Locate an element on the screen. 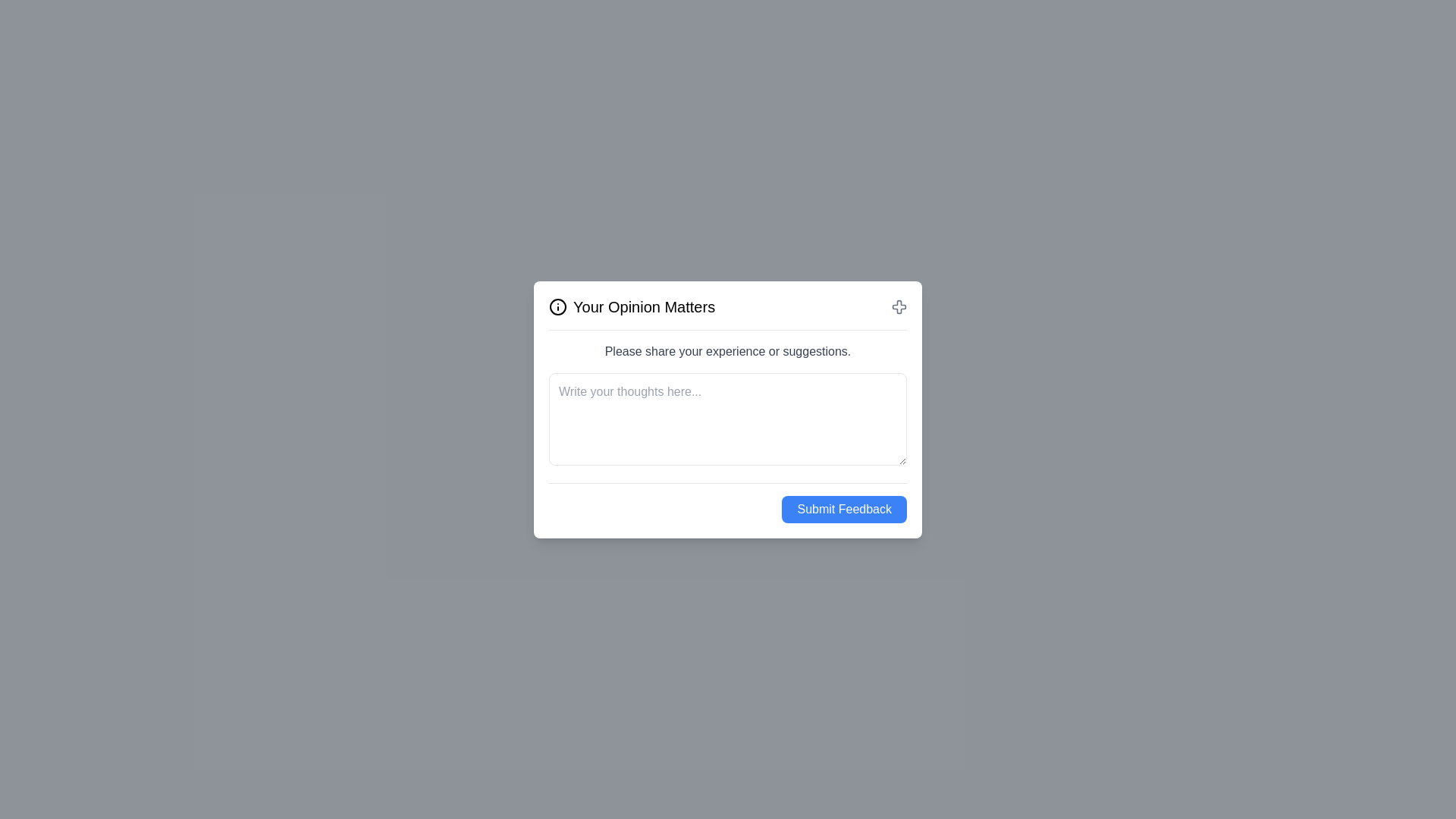 The image size is (1456, 819). close button at the top-right corner of the dialog to close it is located at coordinates (899, 306).